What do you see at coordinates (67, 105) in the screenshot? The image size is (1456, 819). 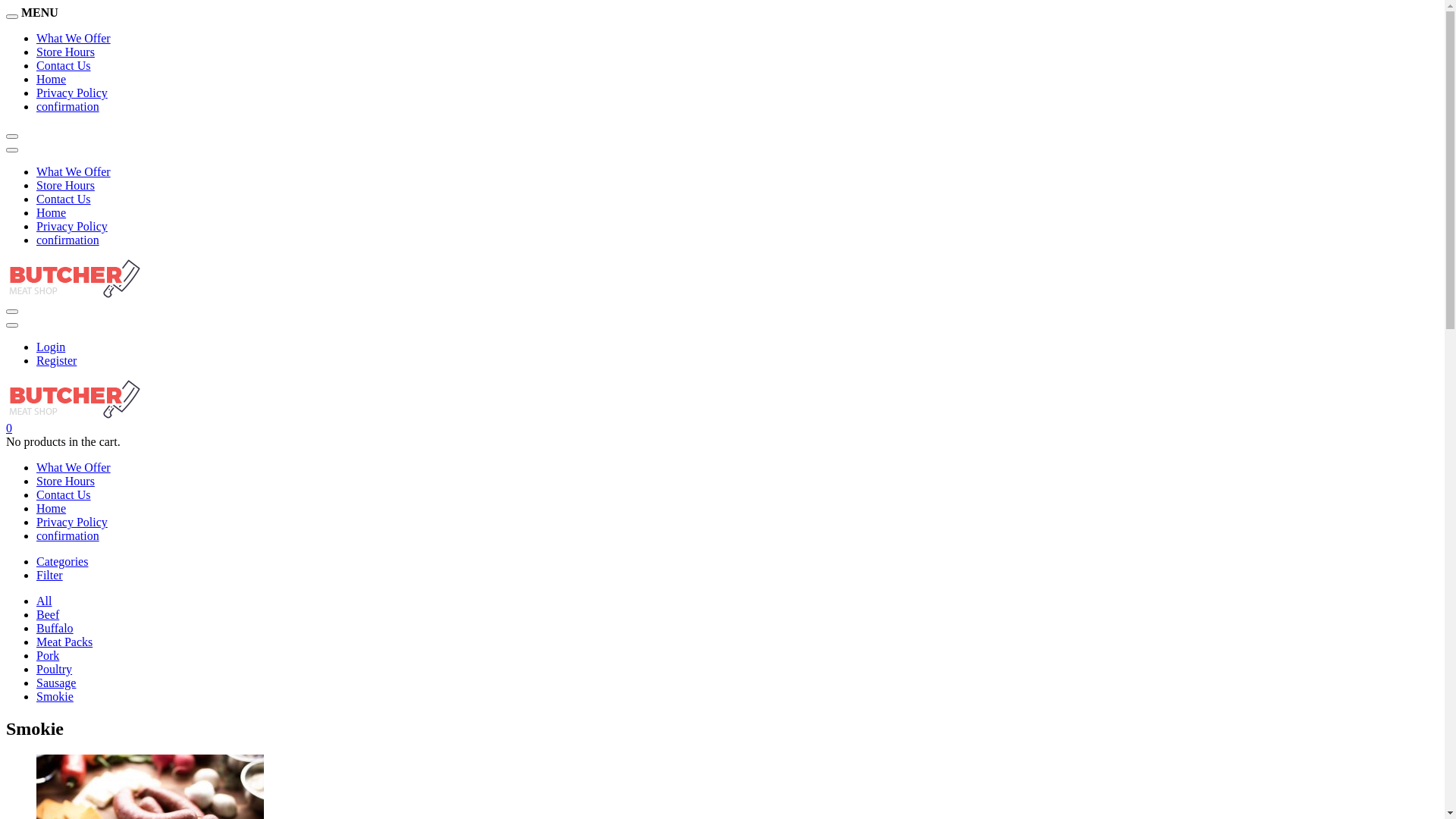 I see `'confirmation'` at bounding box center [67, 105].